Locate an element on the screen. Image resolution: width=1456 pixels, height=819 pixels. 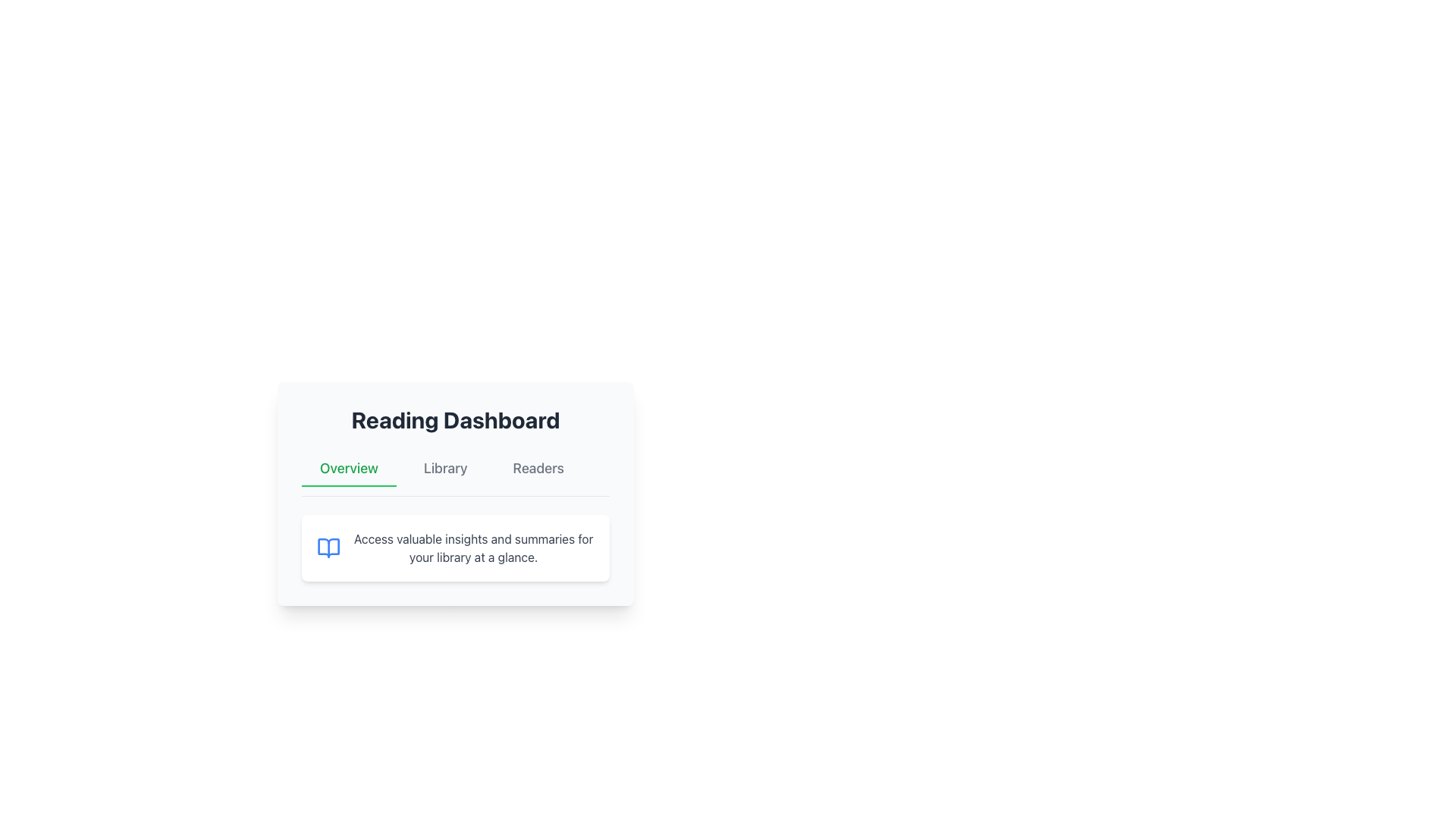
the left half of the open book icon within the SVG image located in the content card beneath the 'Overview' section of the dashboard is located at coordinates (328, 548).